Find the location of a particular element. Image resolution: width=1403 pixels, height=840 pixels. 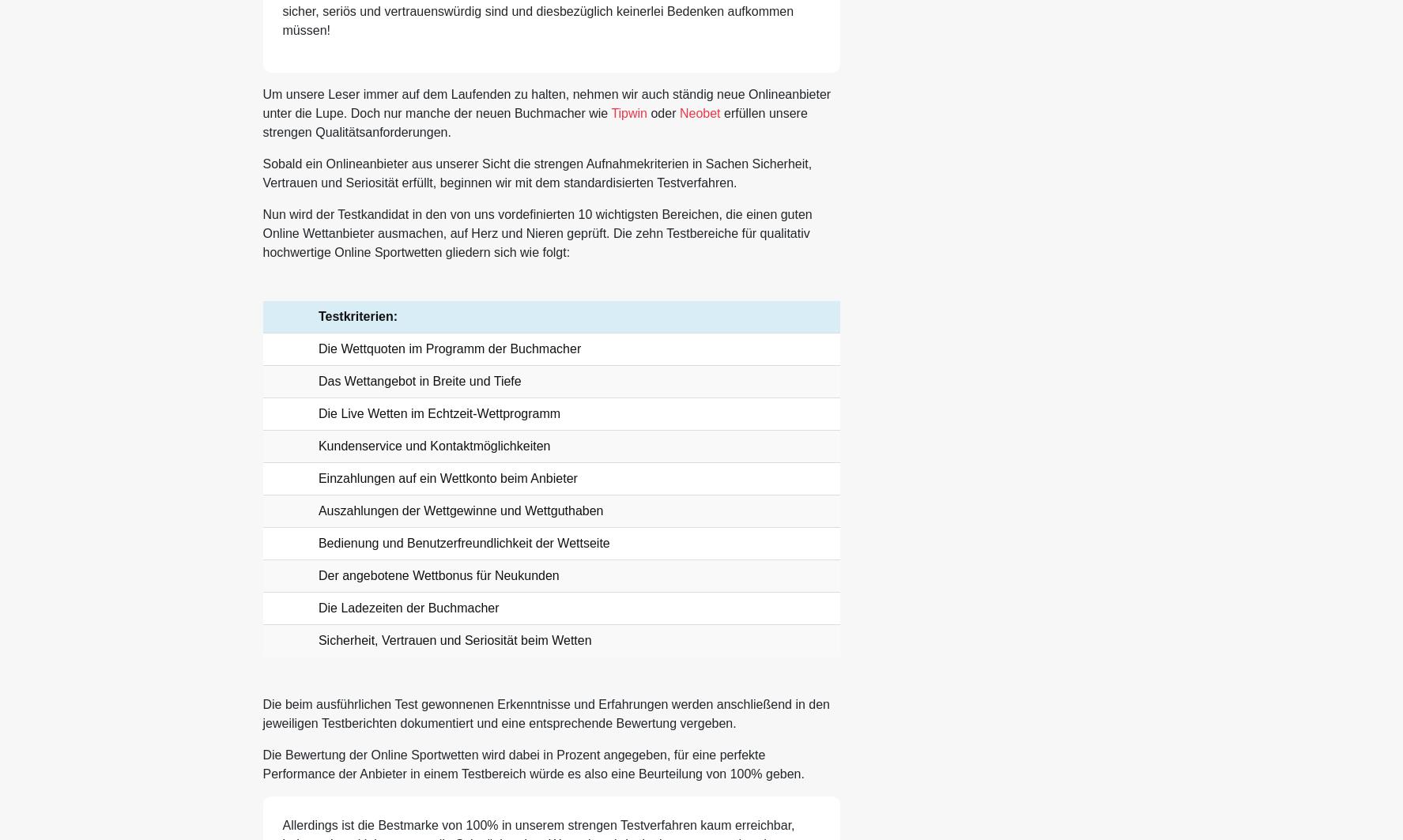

'Das Wettangebot in Breite und Tiefe' is located at coordinates (418, 381).